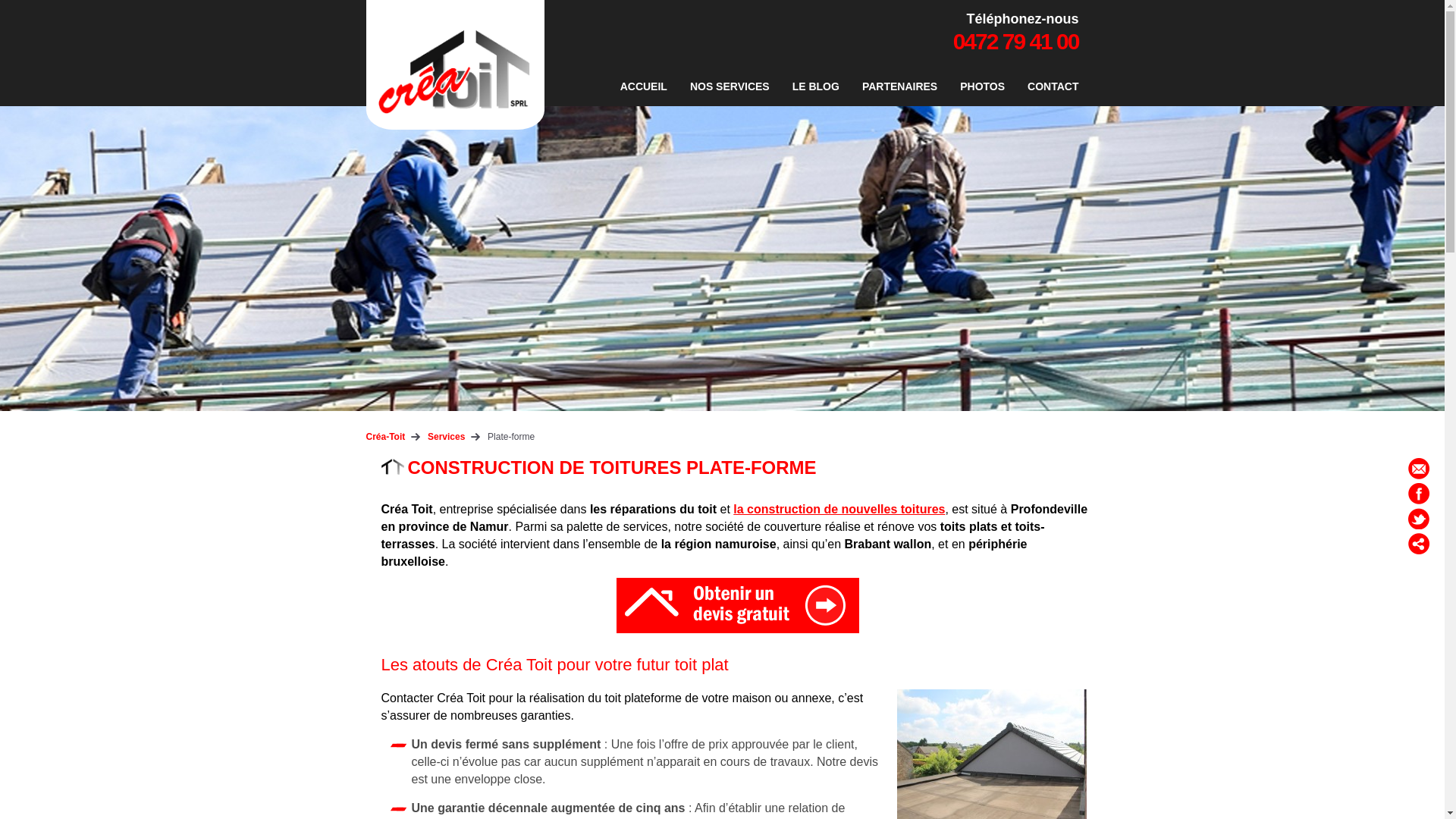  I want to click on 'CONTACT', so click(1019, 86).